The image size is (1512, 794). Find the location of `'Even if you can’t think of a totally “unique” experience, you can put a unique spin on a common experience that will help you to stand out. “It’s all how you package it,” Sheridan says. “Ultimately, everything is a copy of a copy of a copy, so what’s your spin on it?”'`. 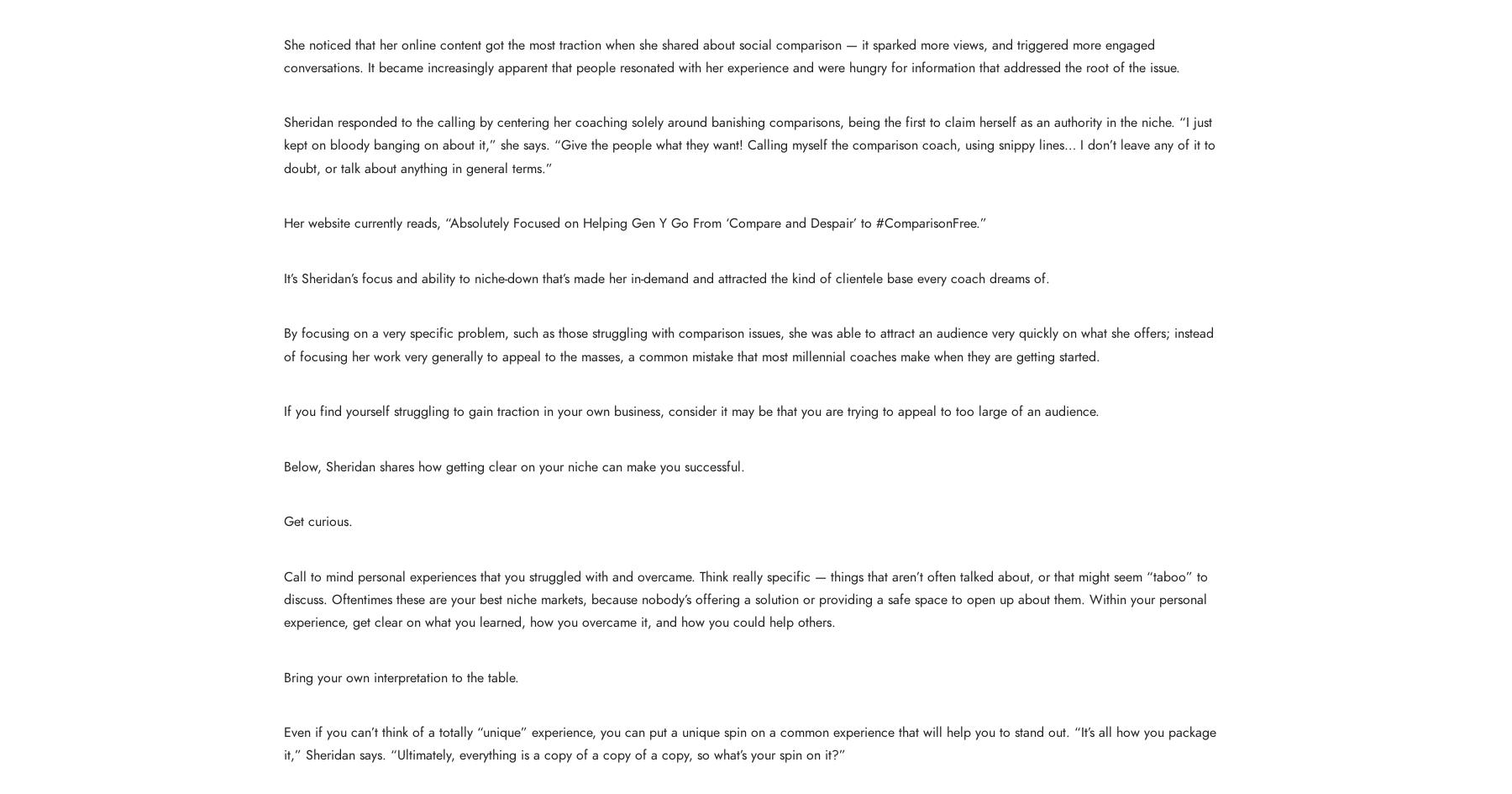

'Even if you can’t think of a totally “unique” experience, you can put a unique spin on a common experience that will help you to stand out. “It’s all how you package it,” Sheridan says. “Ultimately, everything is a copy of a copy of a copy, so what’s your spin on it?”' is located at coordinates (749, 743).